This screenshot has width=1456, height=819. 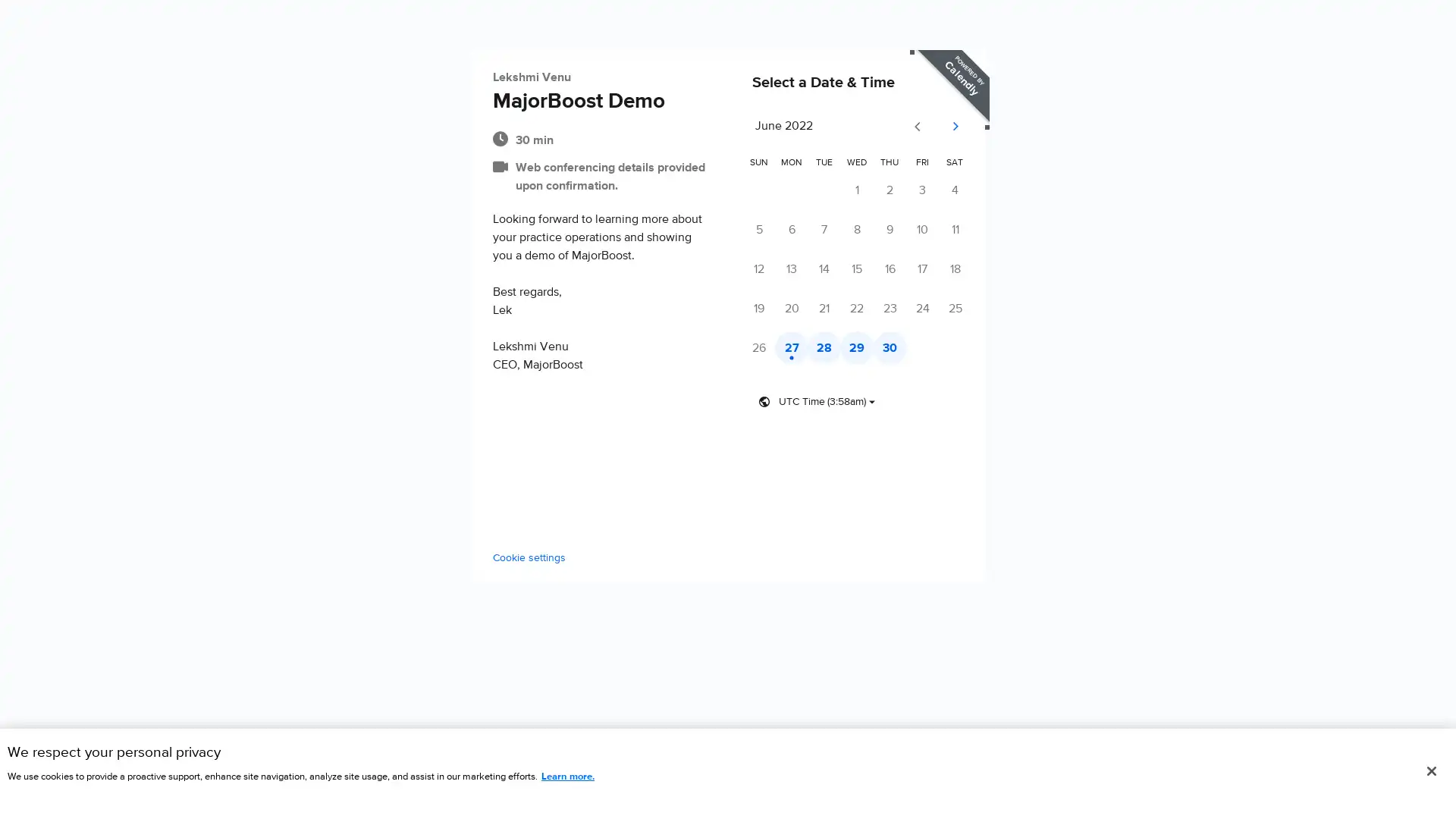 What do you see at coordinates (961, 127) in the screenshot?
I see `Go to previous month` at bounding box center [961, 127].